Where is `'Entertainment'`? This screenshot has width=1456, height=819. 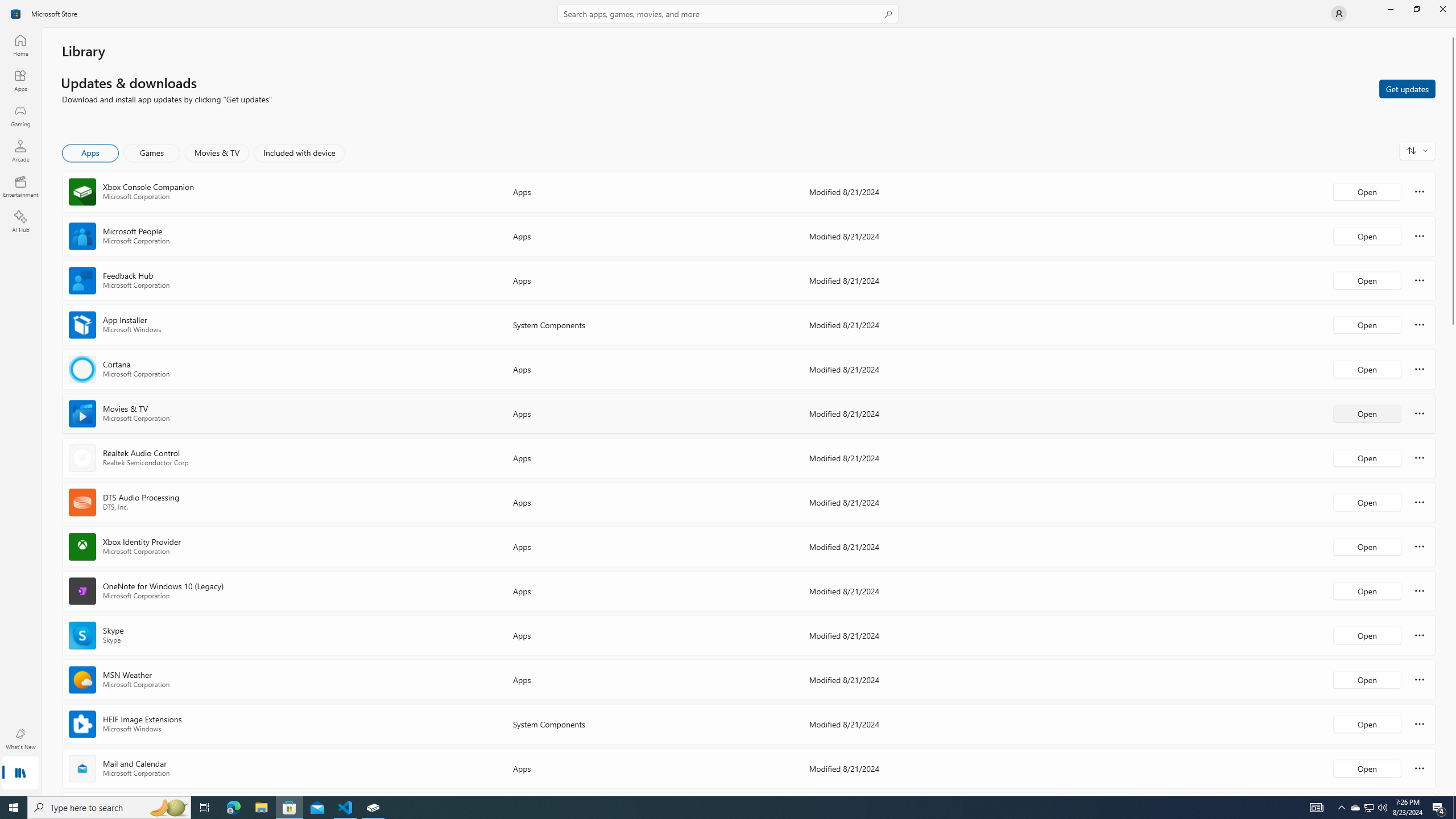
'Entertainment' is located at coordinates (19, 185).